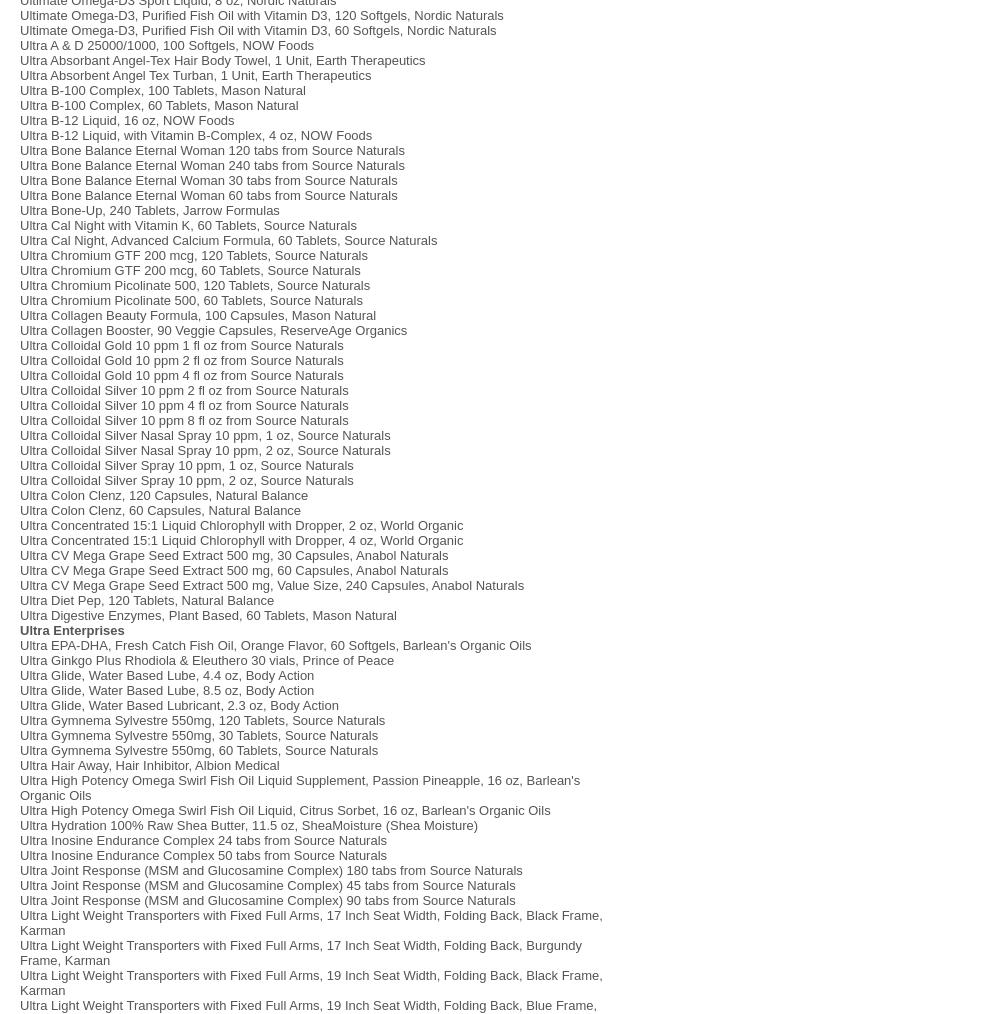  I want to click on 'Ultra Colloidal Silver Spray 10 ppm, 2 oz, Source Naturals', so click(186, 480).